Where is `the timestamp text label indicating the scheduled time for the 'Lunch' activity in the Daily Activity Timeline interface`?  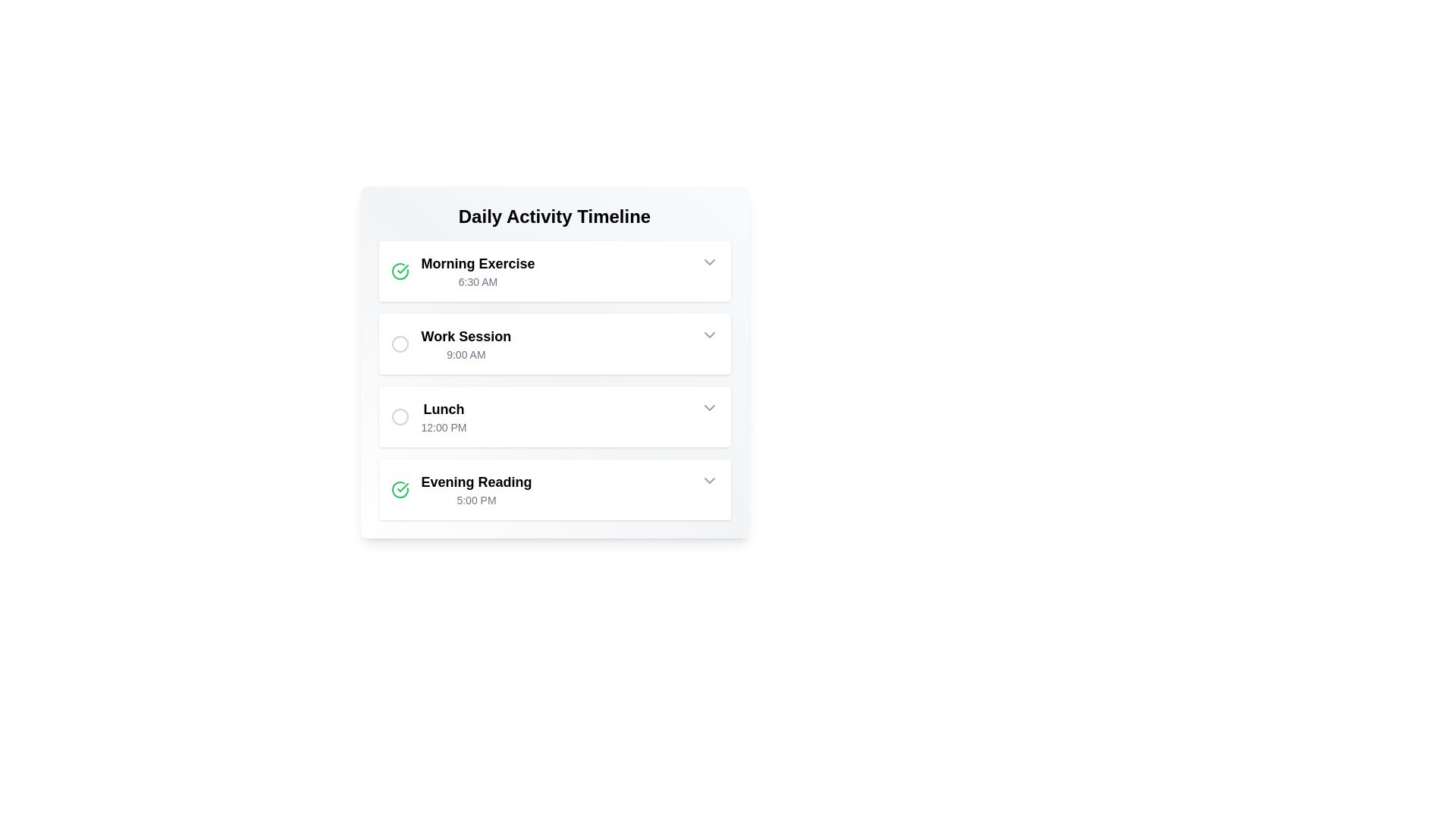 the timestamp text label indicating the scheduled time for the 'Lunch' activity in the Daily Activity Timeline interface is located at coordinates (443, 427).